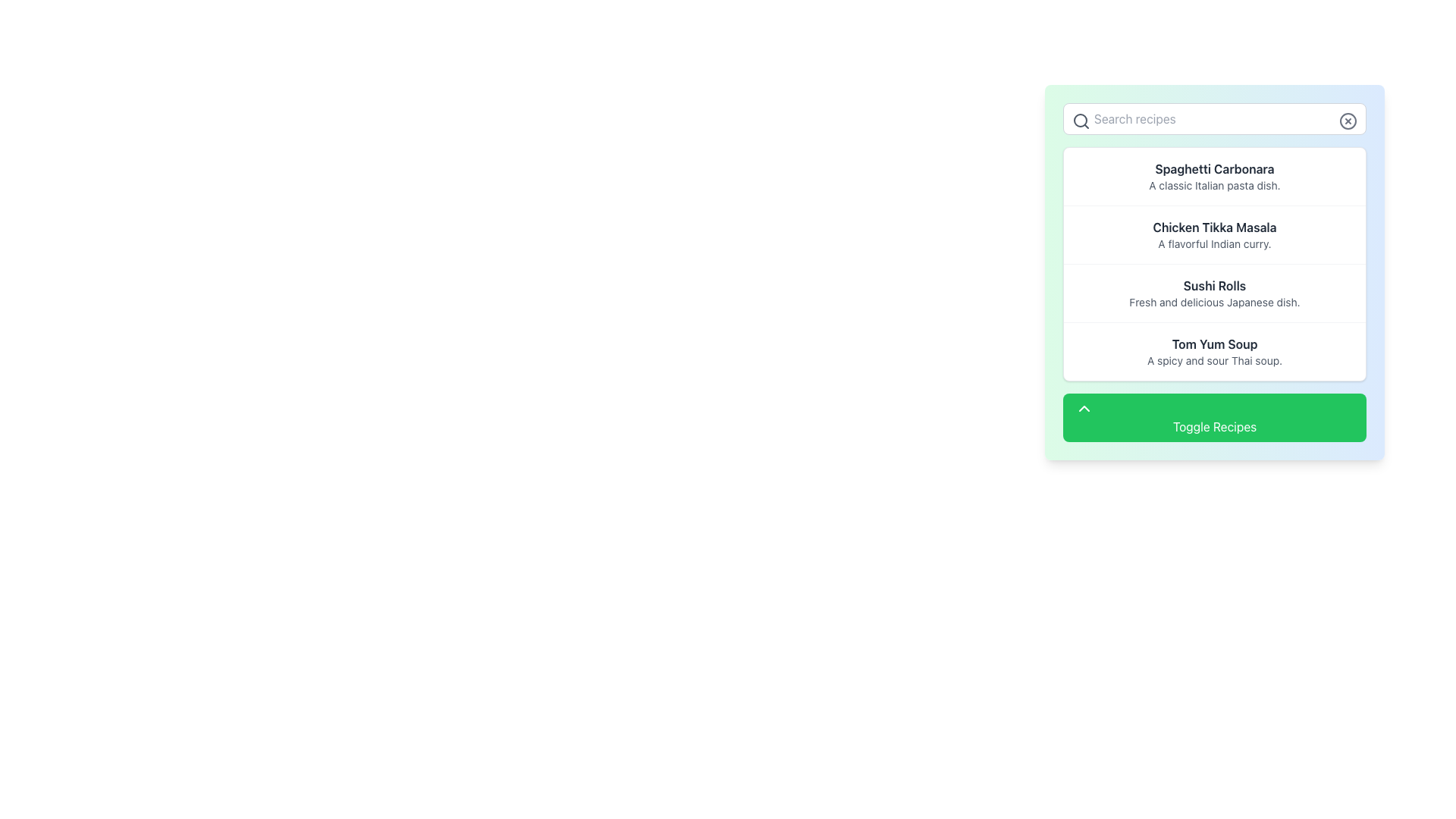 The width and height of the screenshot is (1456, 819). Describe the element at coordinates (1215, 234) in the screenshot. I see `the Static text component displaying 'Chicken Tikka Masala' and its description 'A flavorful Indian curry', which is the second item in the recipe list` at that location.